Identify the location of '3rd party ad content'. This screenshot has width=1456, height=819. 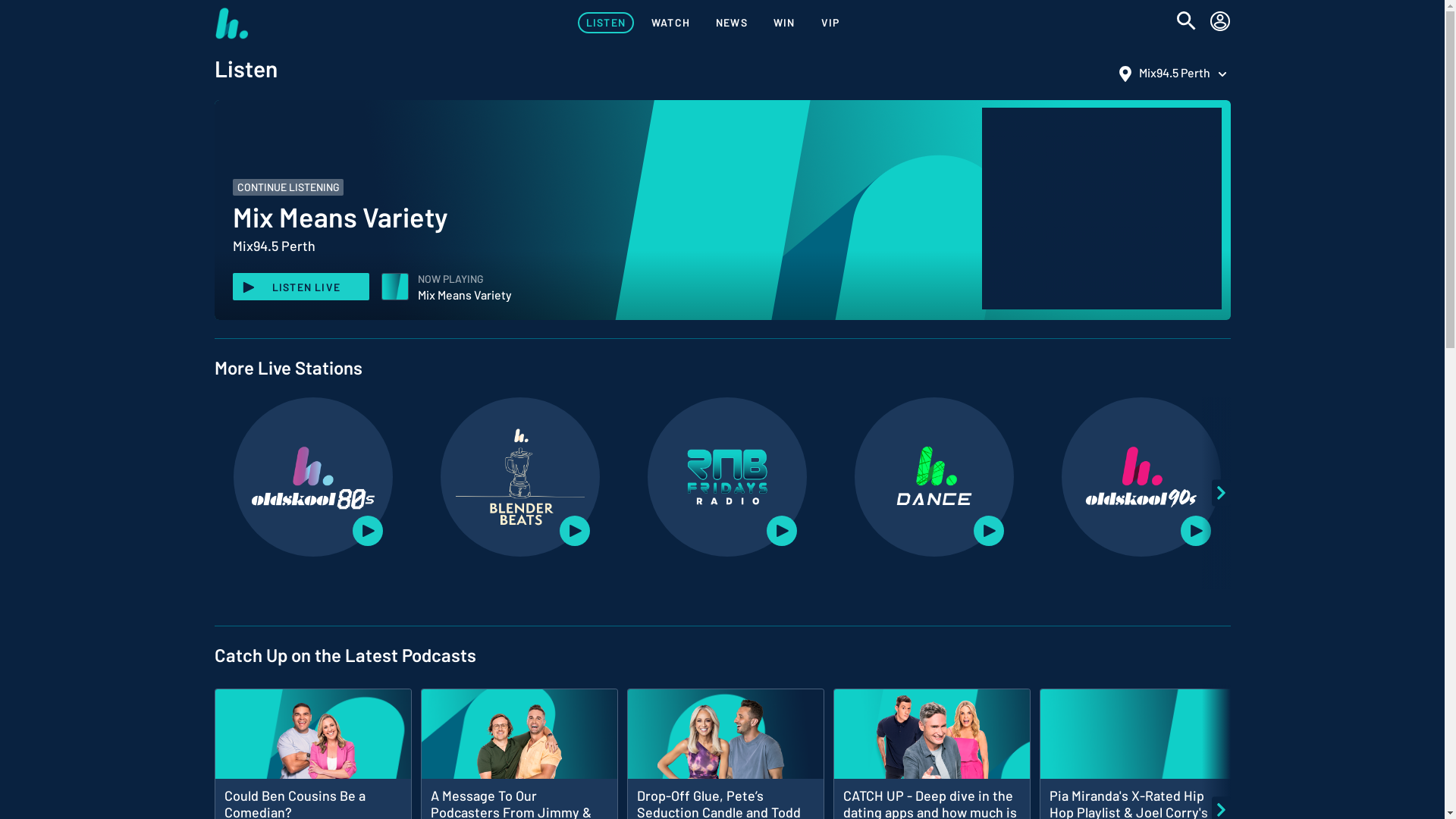
(1100, 208).